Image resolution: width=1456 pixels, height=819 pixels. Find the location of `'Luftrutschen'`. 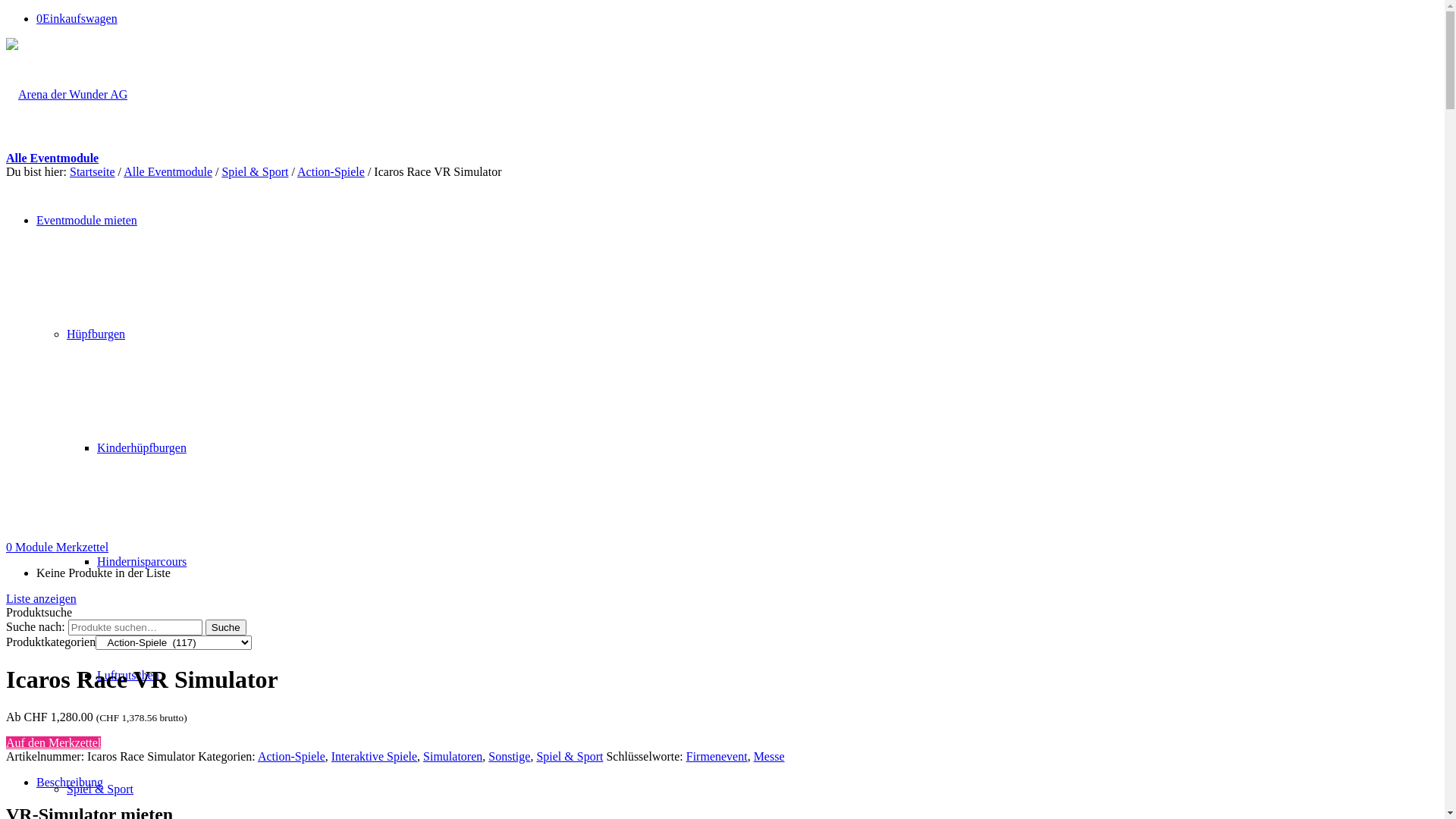

'Luftrutschen' is located at coordinates (127, 674).